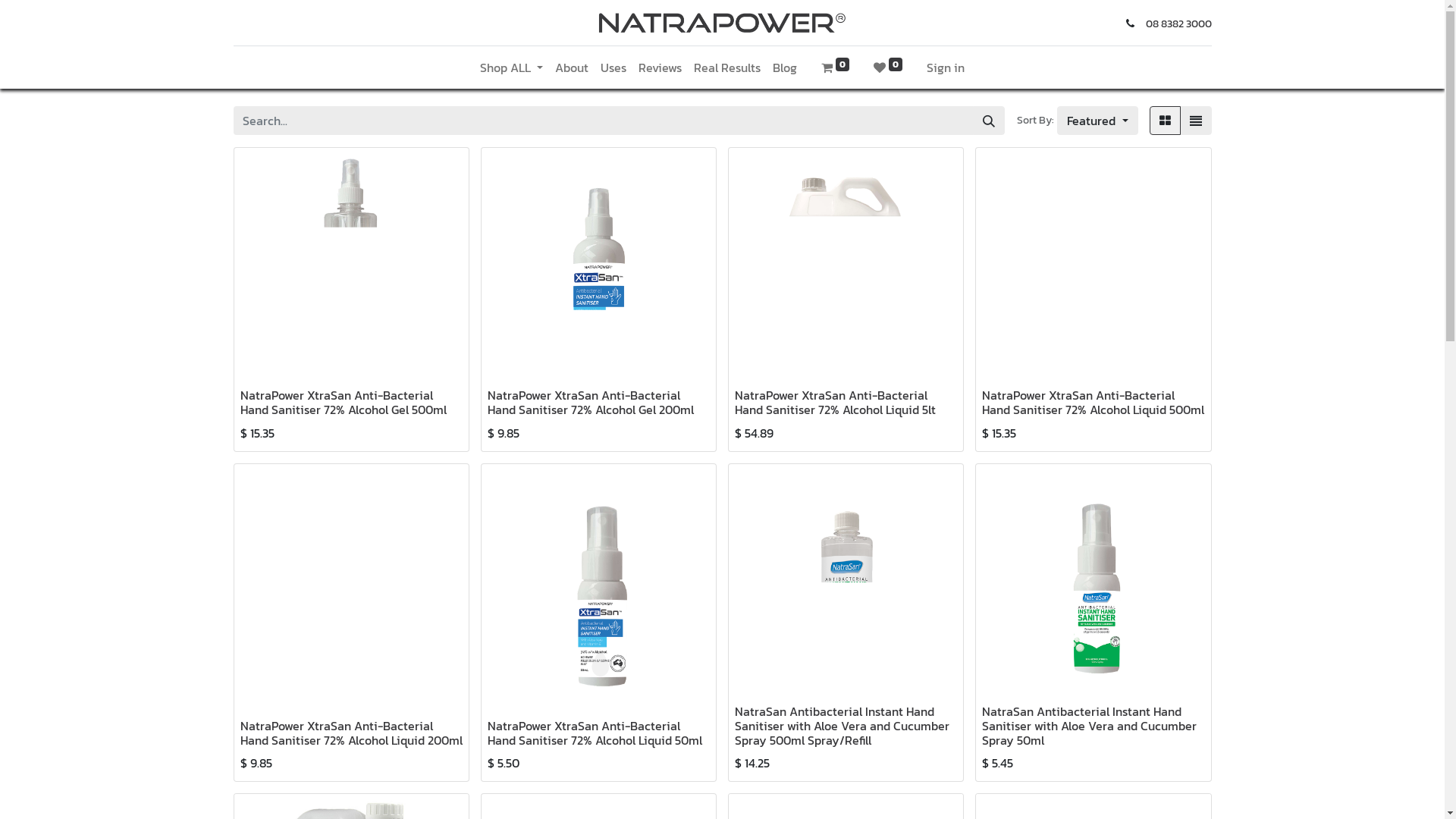  Describe the element at coordinates (834, 66) in the screenshot. I see `'0'` at that location.